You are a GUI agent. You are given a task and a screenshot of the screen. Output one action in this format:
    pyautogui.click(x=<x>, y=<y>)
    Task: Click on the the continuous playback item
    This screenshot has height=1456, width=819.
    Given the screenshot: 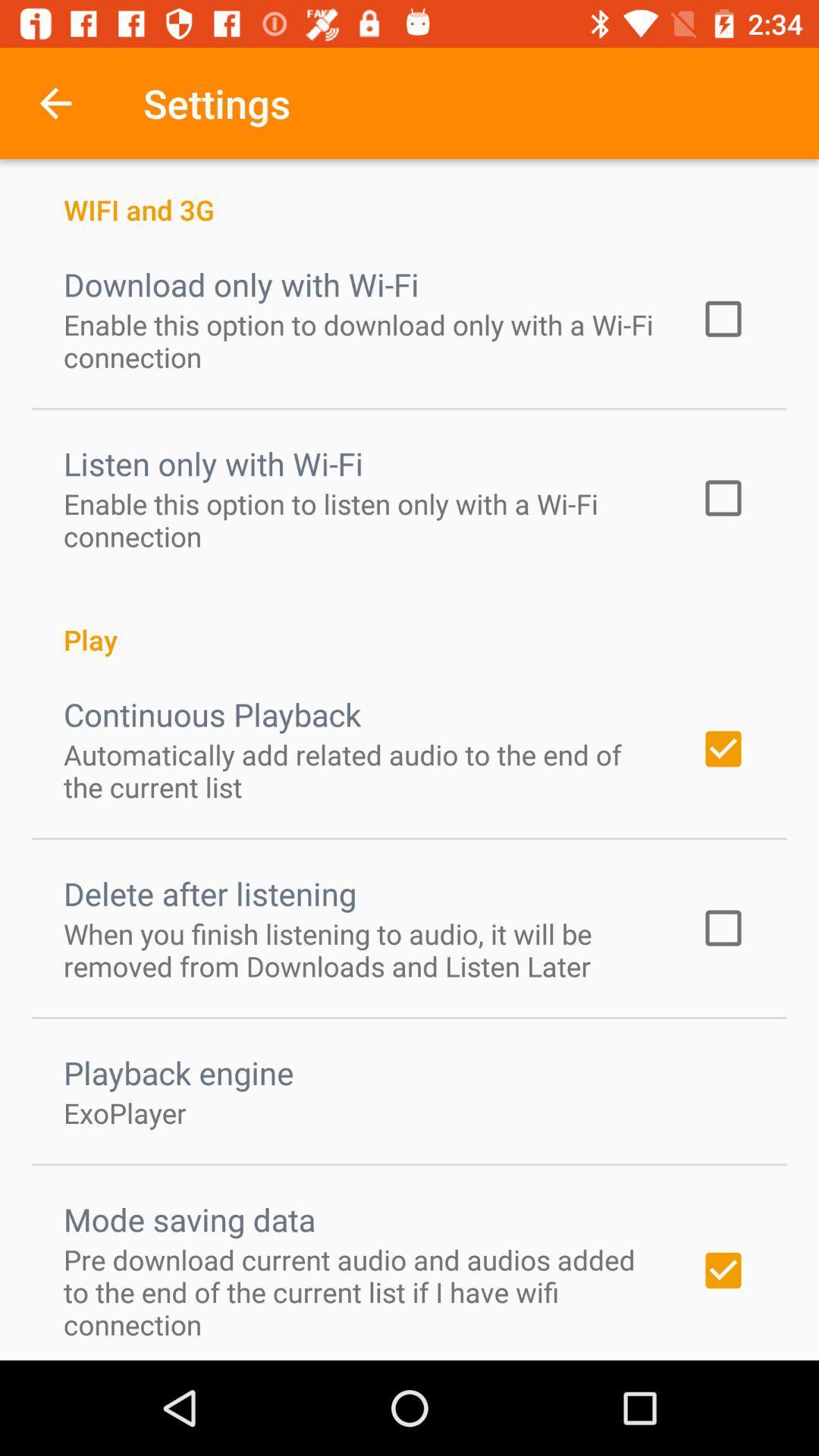 What is the action you would take?
    pyautogui.click(x=212, y=713)
    